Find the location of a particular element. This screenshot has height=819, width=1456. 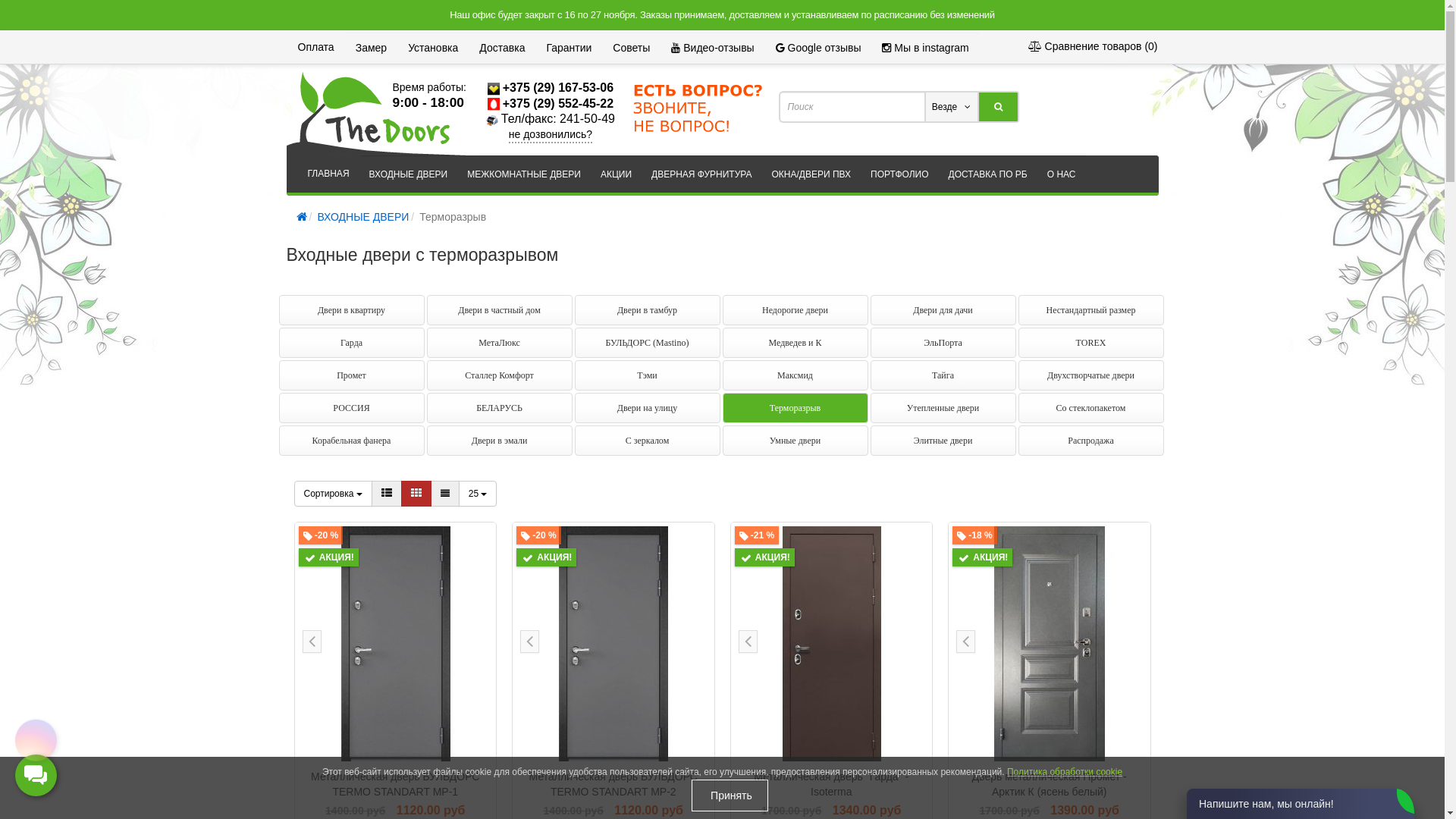

'+375 (29) 167-53-06' is located at coordinates (557, 87).